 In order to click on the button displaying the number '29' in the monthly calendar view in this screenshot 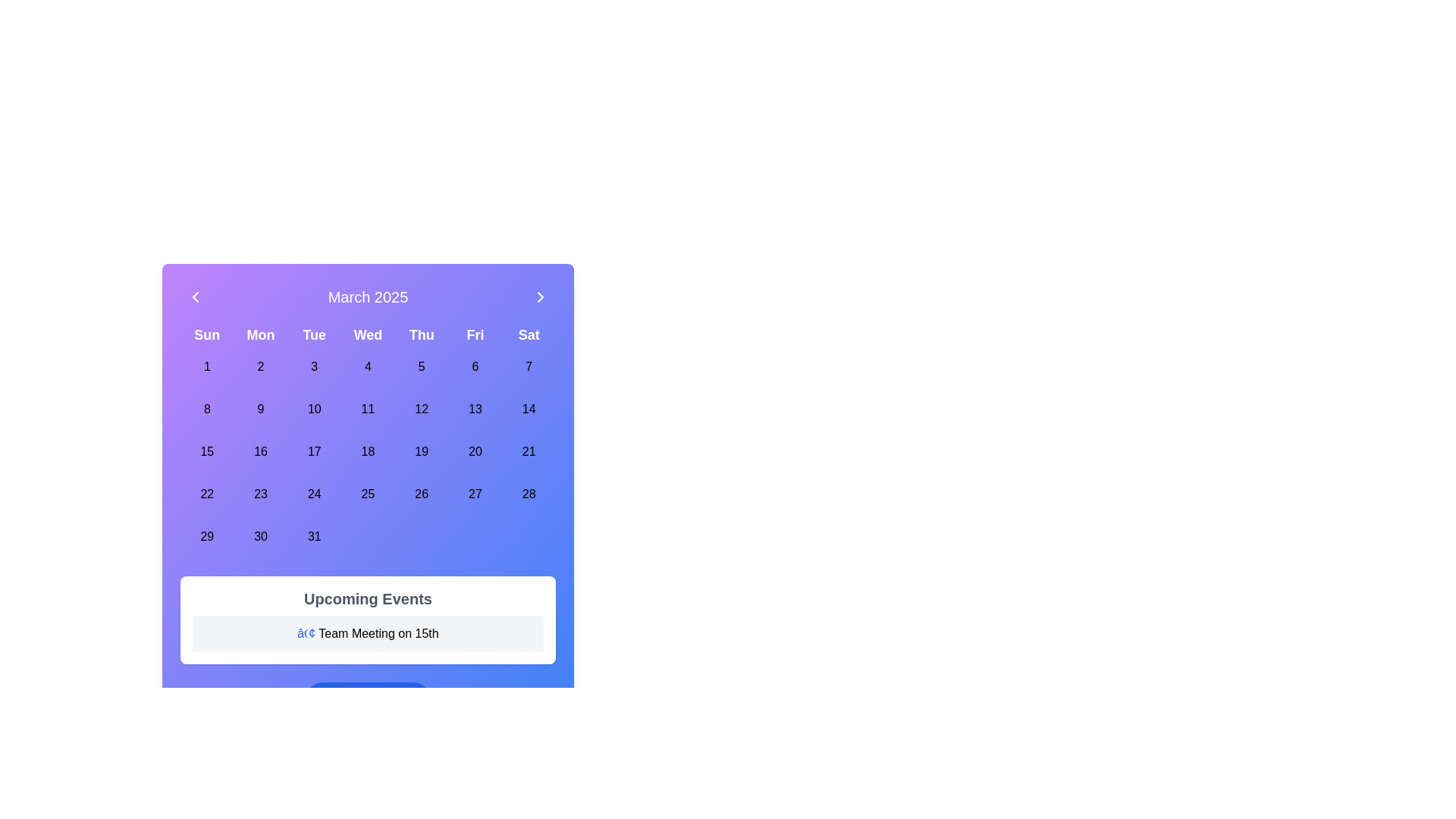, I will do `click(206, 536)`.